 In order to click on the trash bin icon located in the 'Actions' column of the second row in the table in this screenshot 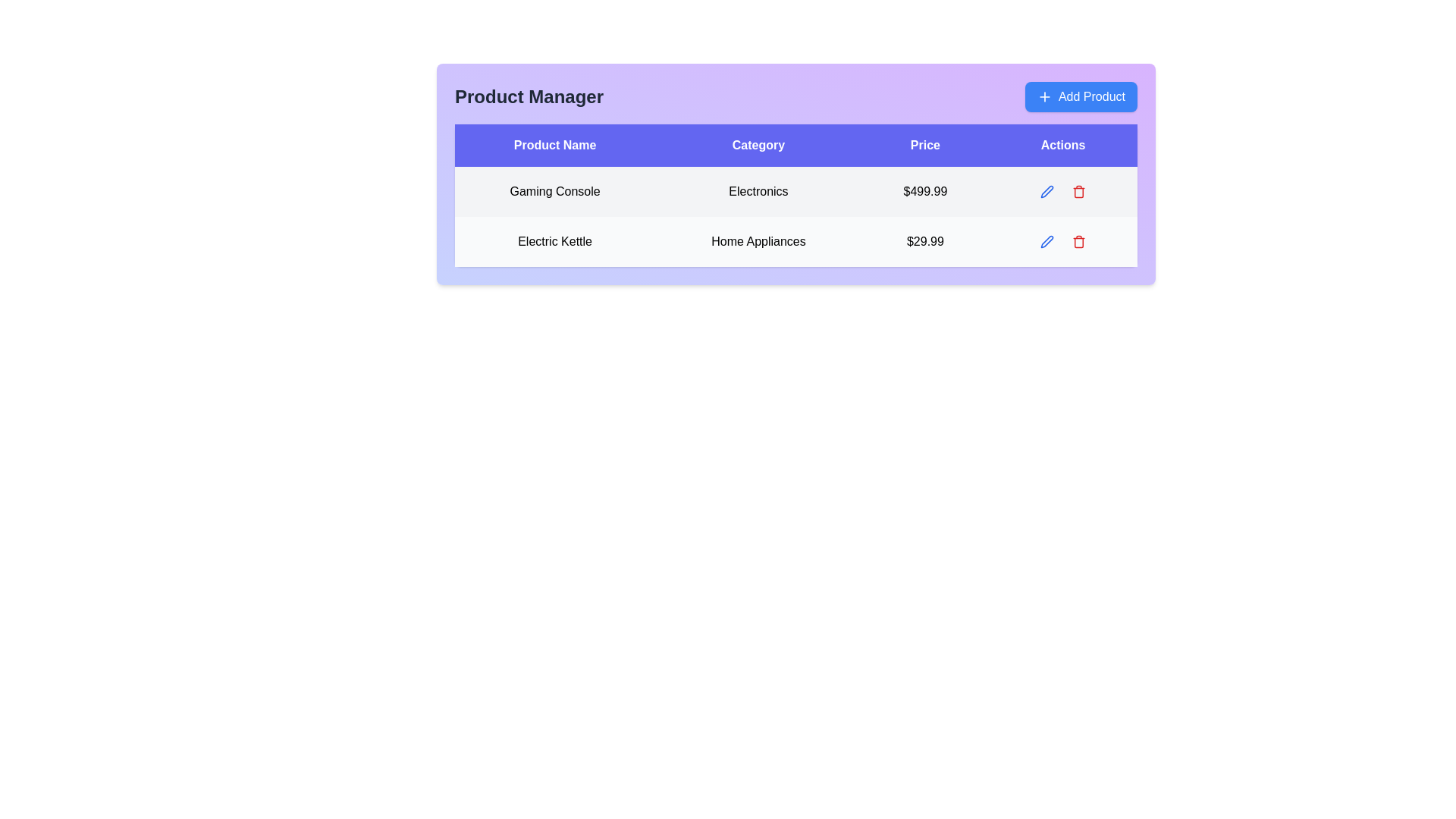, I will do `click(1078, 242)`.